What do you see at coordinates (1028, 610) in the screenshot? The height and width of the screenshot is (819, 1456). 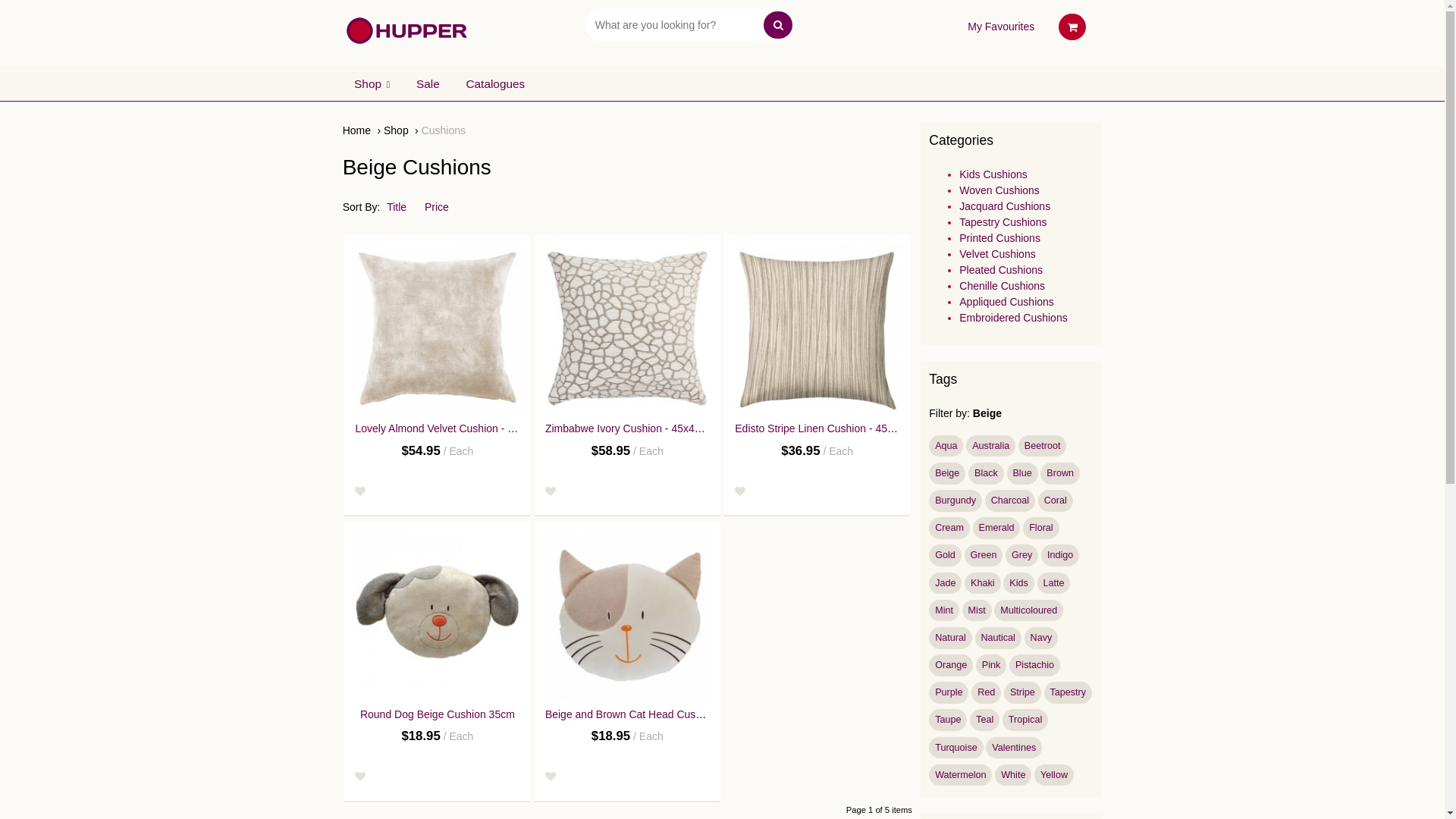 I see `'Multicoloured'` at bounding box center [1028, 610].